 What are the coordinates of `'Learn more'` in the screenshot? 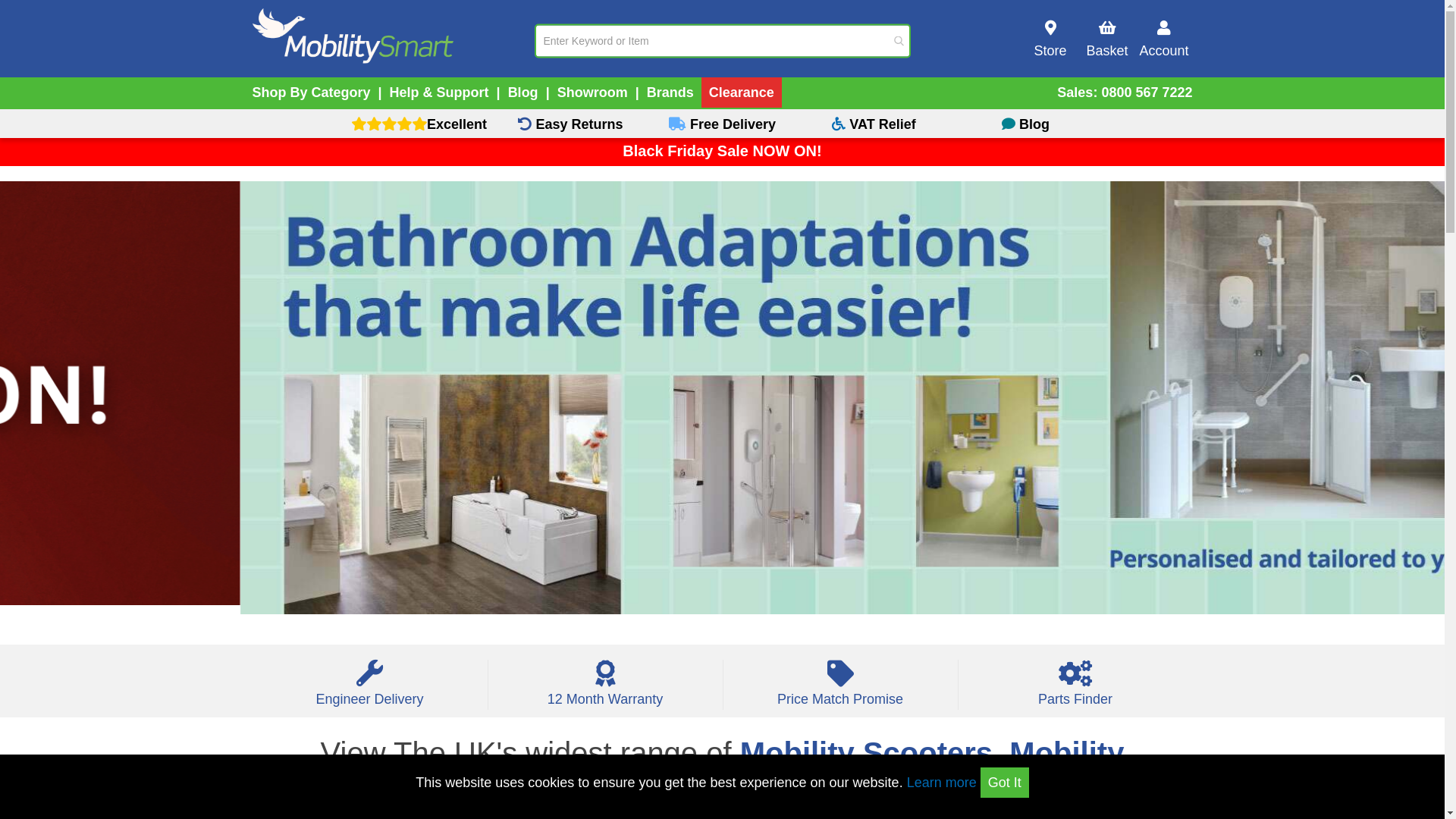 It's located at (941, 783).